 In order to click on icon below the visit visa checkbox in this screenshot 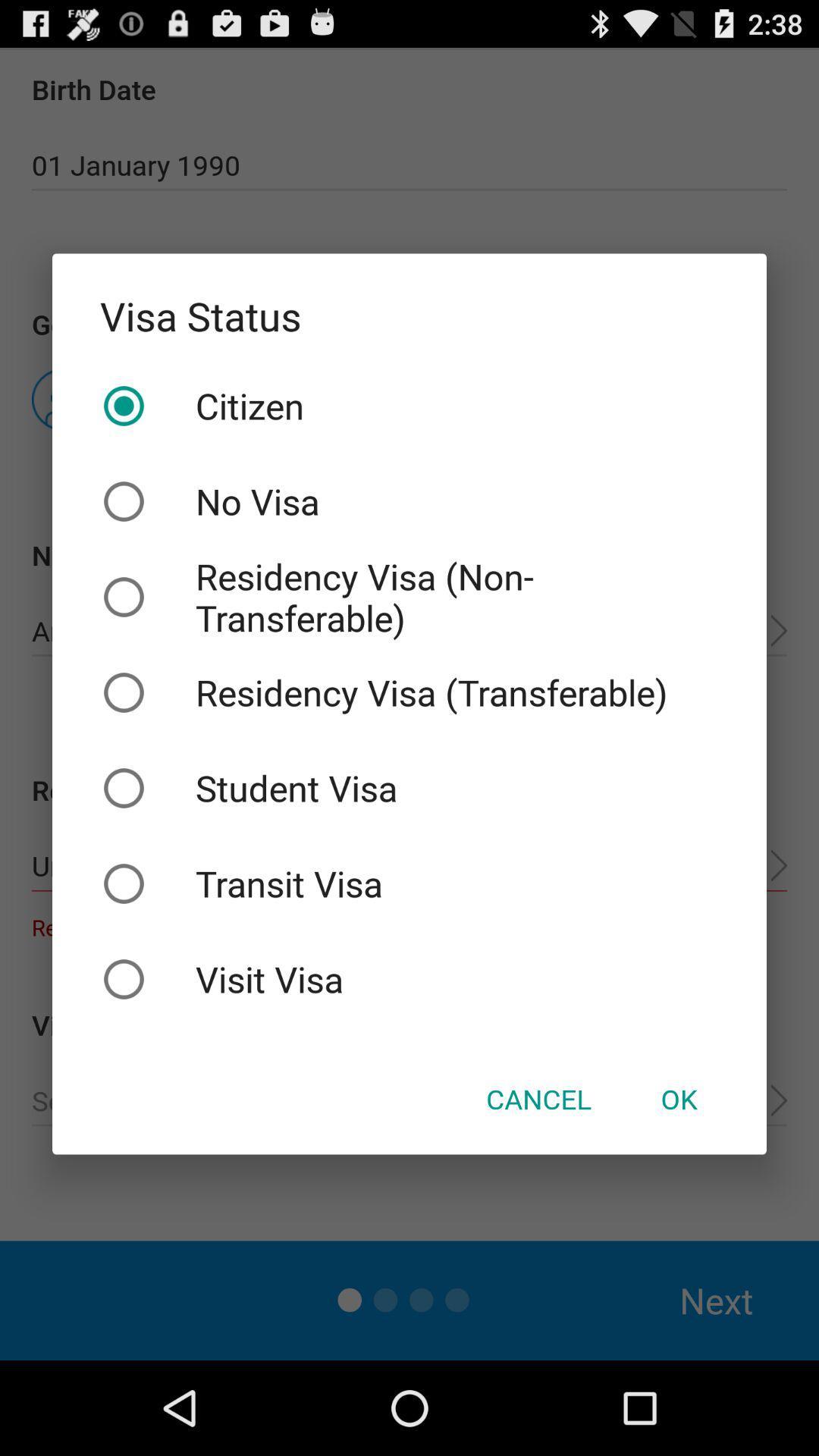, I will do `click(678, 1099)`.